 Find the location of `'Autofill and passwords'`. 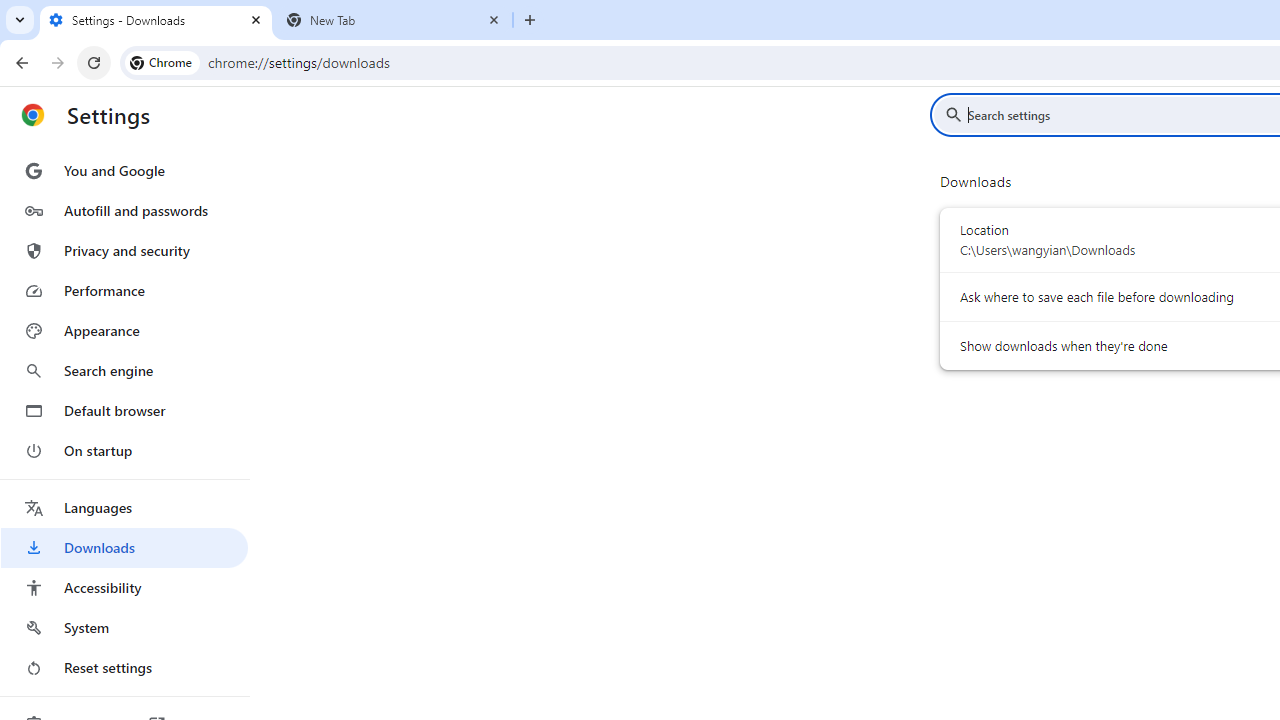

'Autofill and passwords' is located at coordinates (123, 210).